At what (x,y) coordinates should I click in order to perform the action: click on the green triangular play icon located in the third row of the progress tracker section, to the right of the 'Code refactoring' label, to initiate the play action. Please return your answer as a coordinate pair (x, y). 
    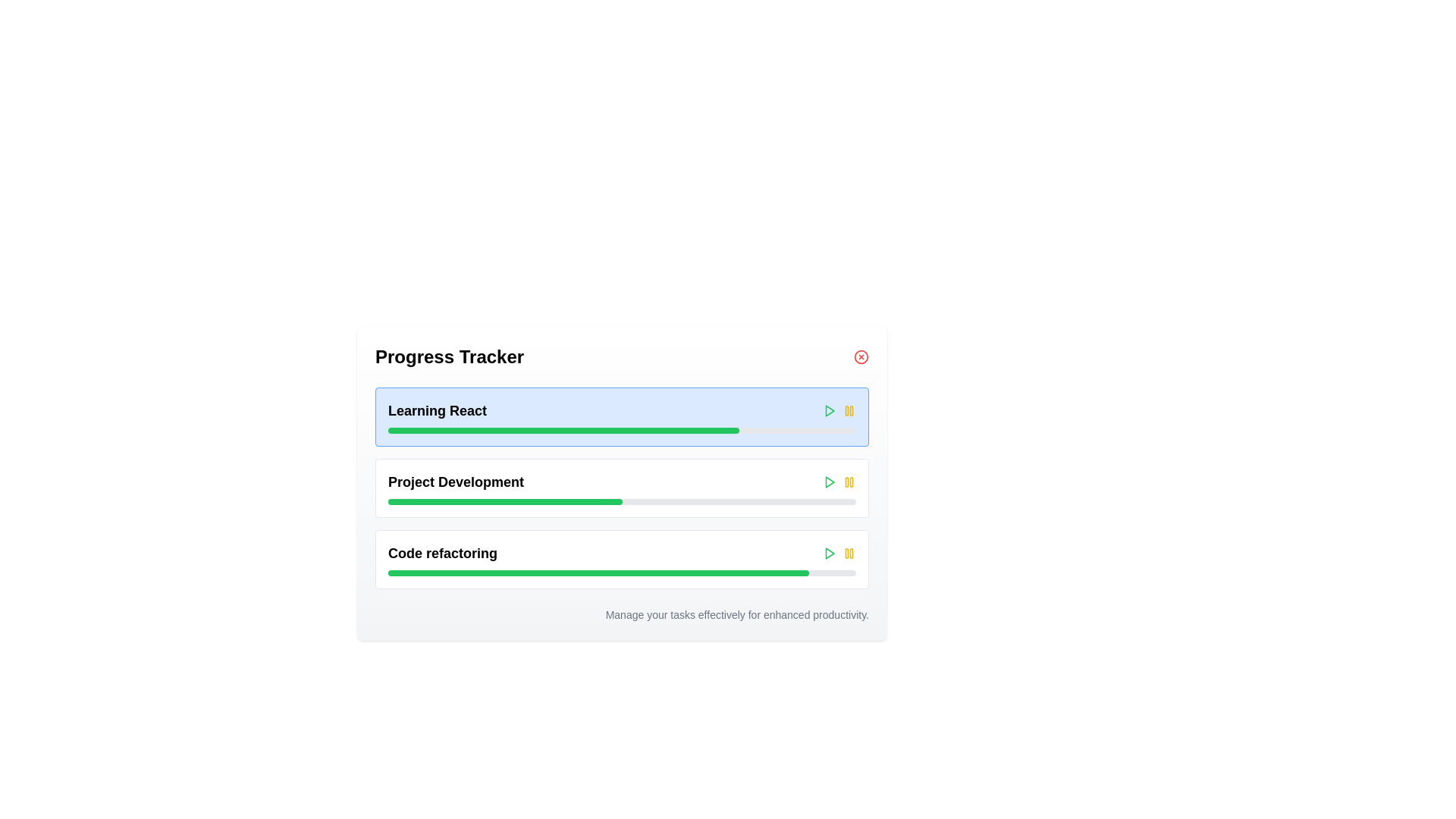
    Looking at the image, I should click on (829, 553).